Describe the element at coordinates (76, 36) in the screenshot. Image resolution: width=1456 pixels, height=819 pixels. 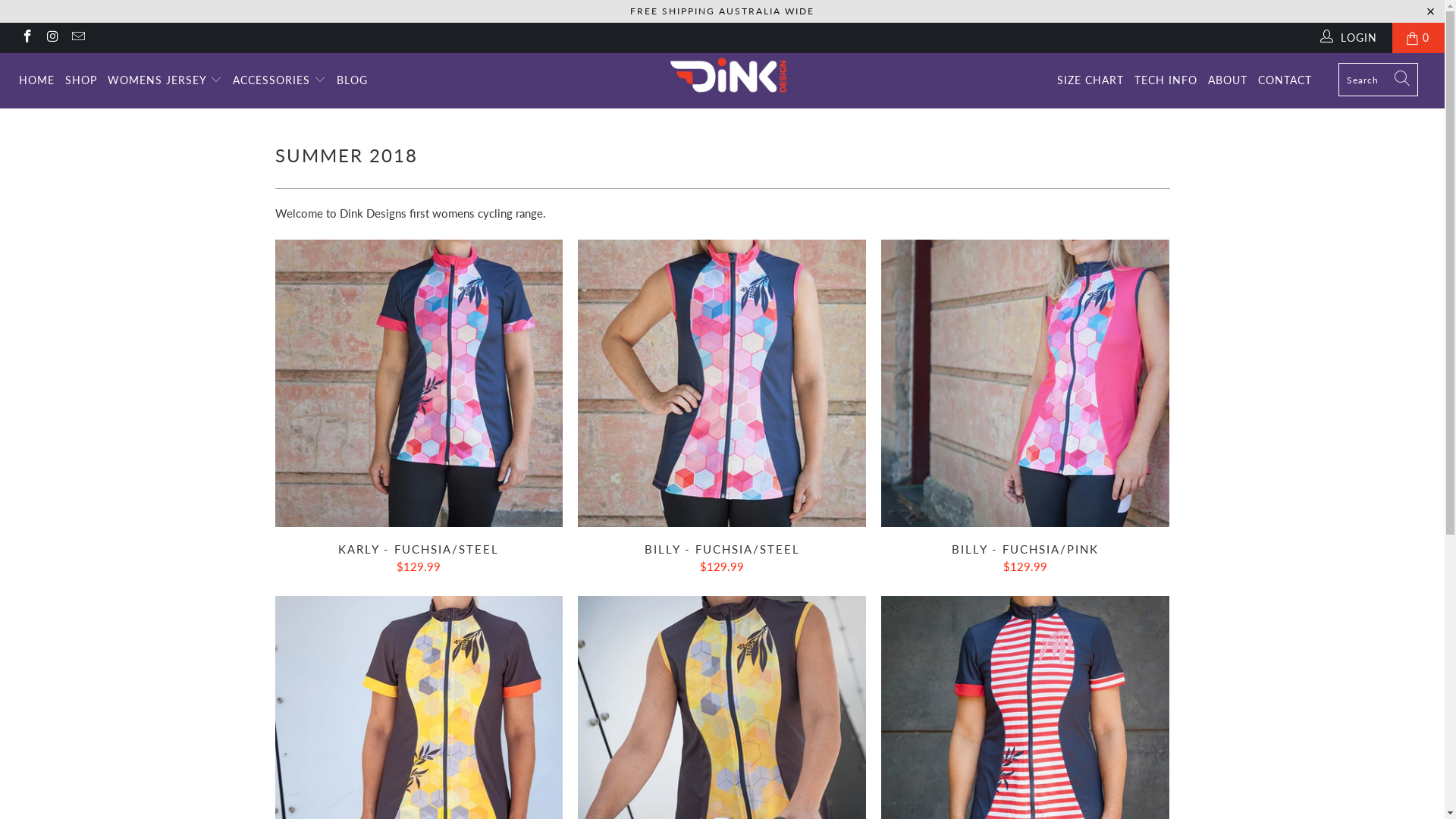
I see `'Email Dink Design'` at that location.